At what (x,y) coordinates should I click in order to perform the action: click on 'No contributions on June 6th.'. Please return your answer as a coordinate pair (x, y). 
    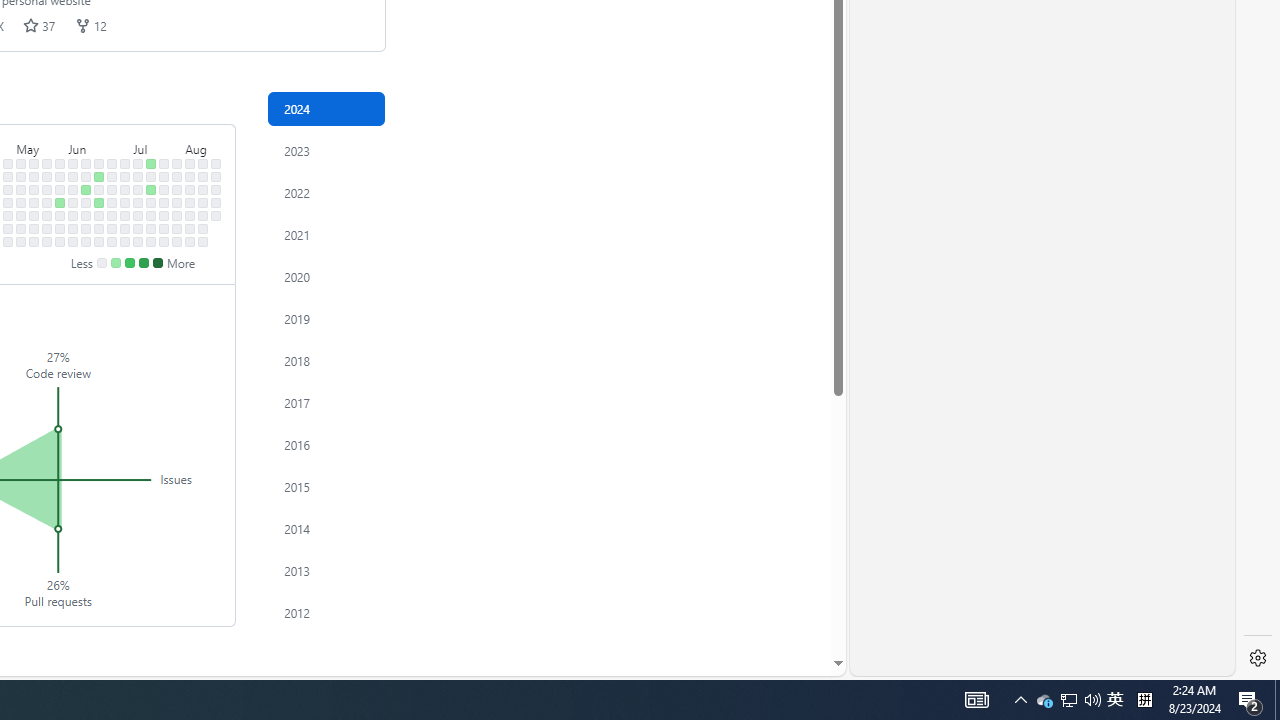
    Looking at the image, I should click on (73, 215).